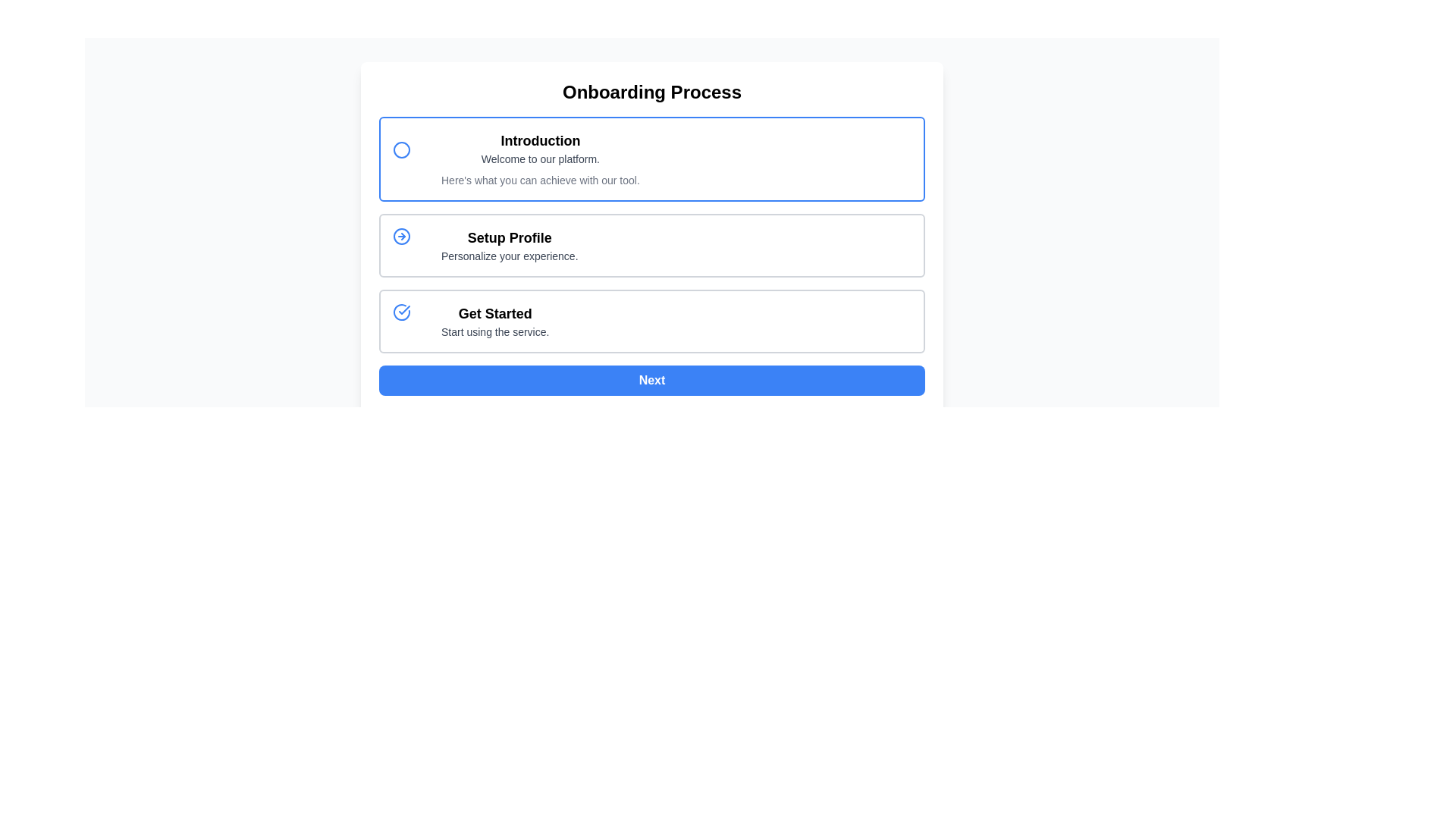 The image size is (1456, 819). Describe the element at coordinates (510, 237) in the screenshot. I see `text of the section title under 'Setup Profile' which introduces the purpose of the section` at that location.